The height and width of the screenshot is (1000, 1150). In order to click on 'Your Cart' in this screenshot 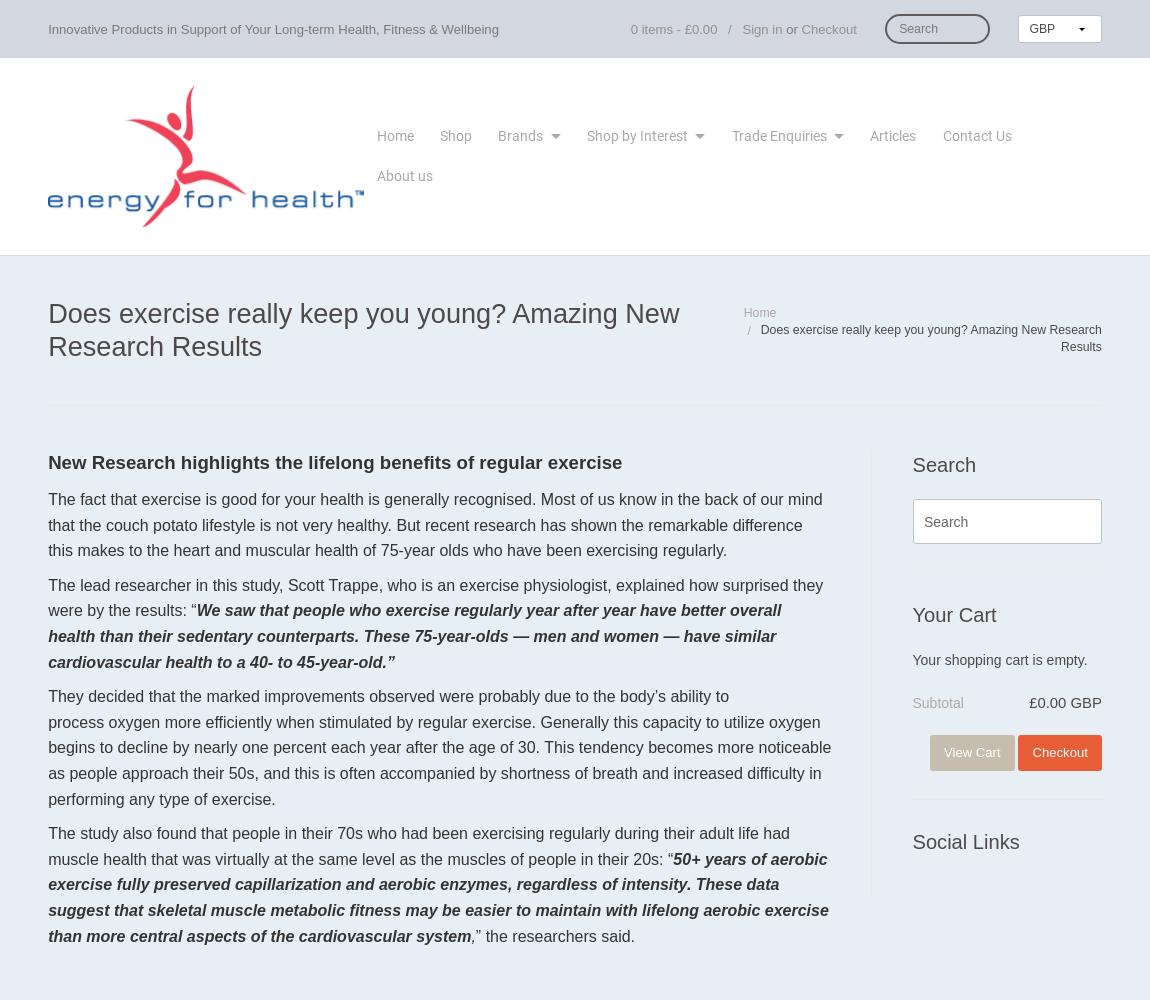, I will do `click(954, 613)`.